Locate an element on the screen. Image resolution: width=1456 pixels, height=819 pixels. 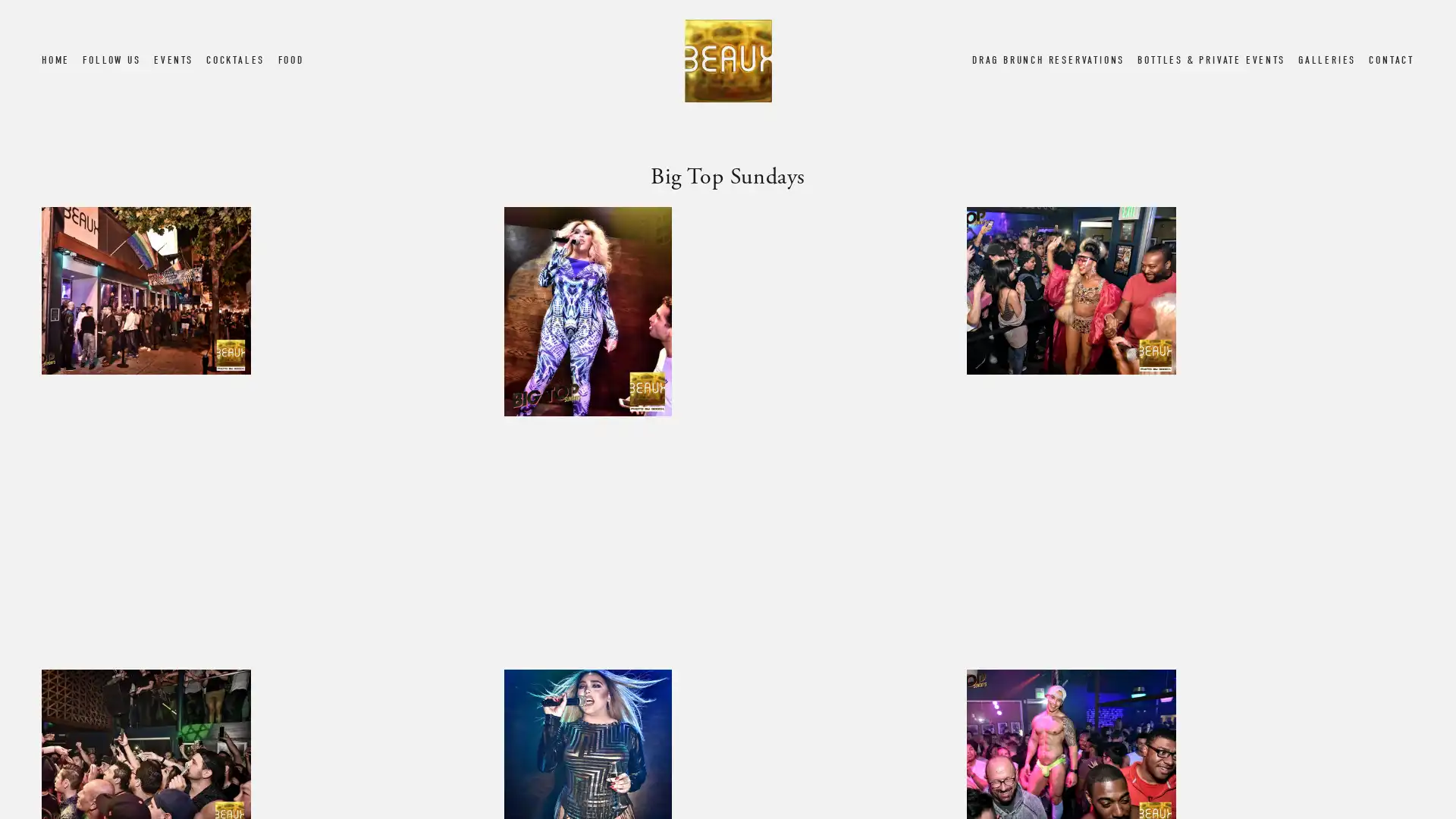
View fullsize Big Top Sunday 3.jpg is located at coordinates (1189, 430).